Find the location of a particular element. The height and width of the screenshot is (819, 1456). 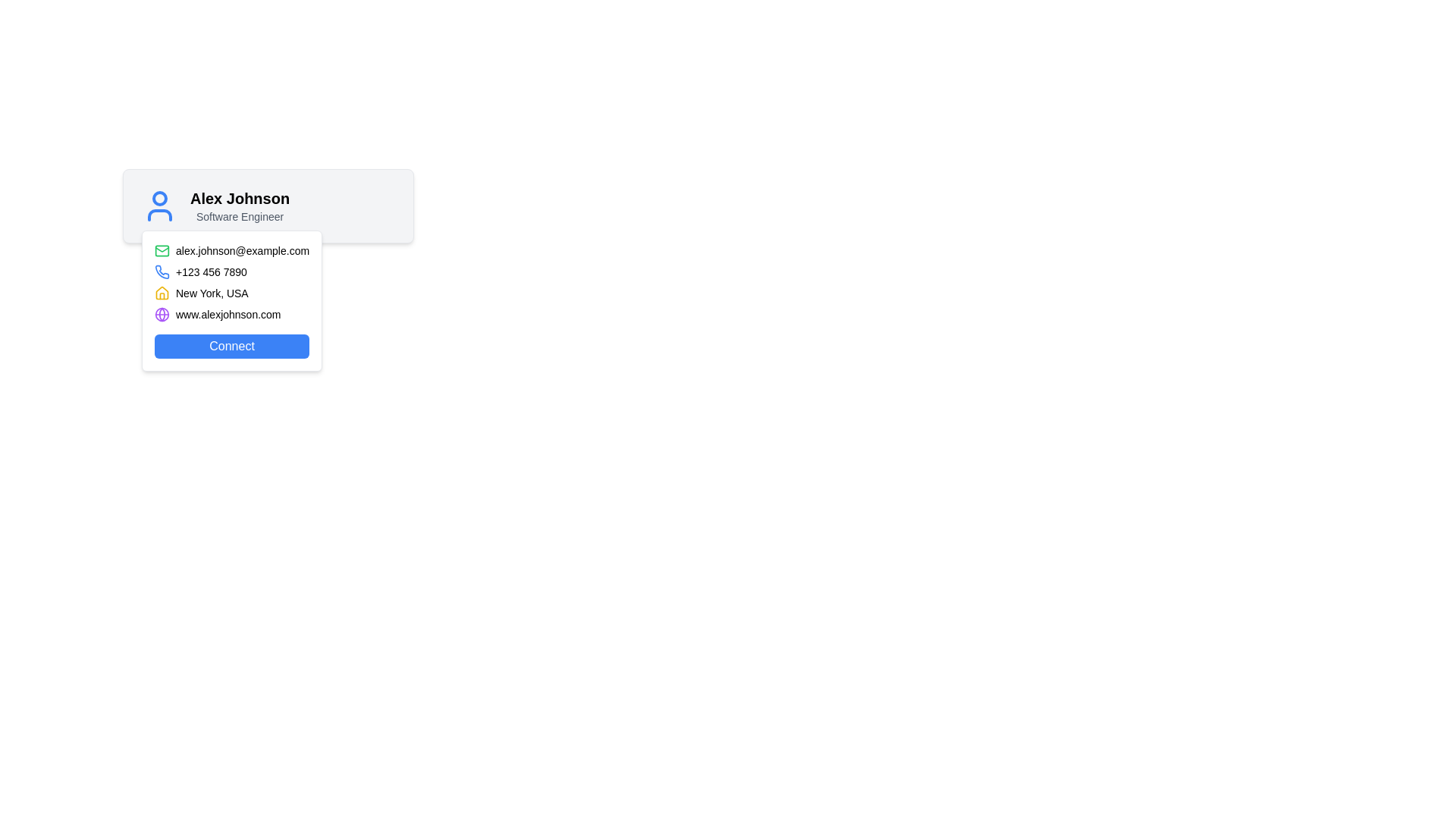

the textual hyperlink 'www.alexjohnson.com' is located at coordinates (227, 314).